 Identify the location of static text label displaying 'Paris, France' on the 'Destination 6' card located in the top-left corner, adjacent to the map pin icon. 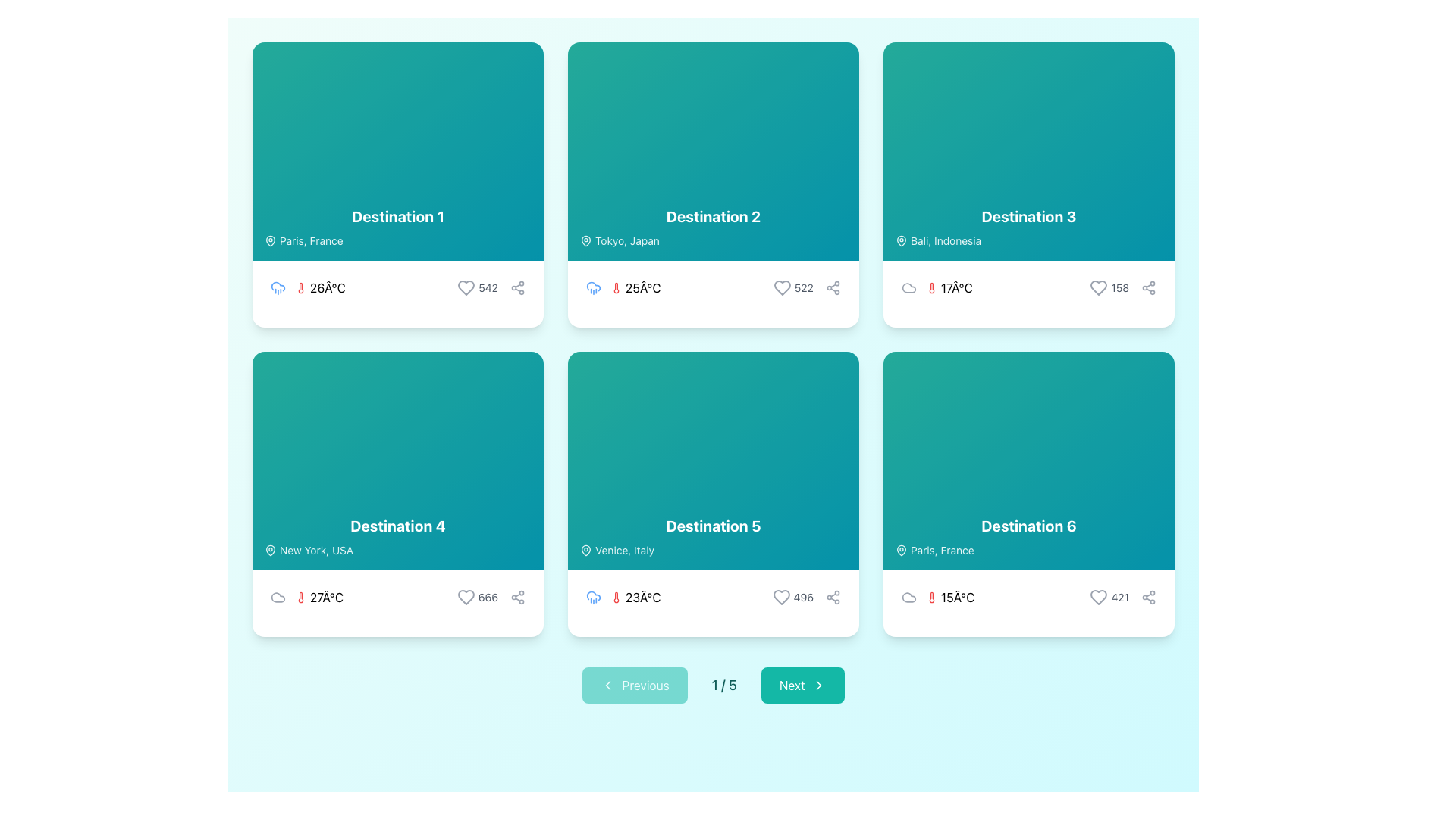
(941, 550).